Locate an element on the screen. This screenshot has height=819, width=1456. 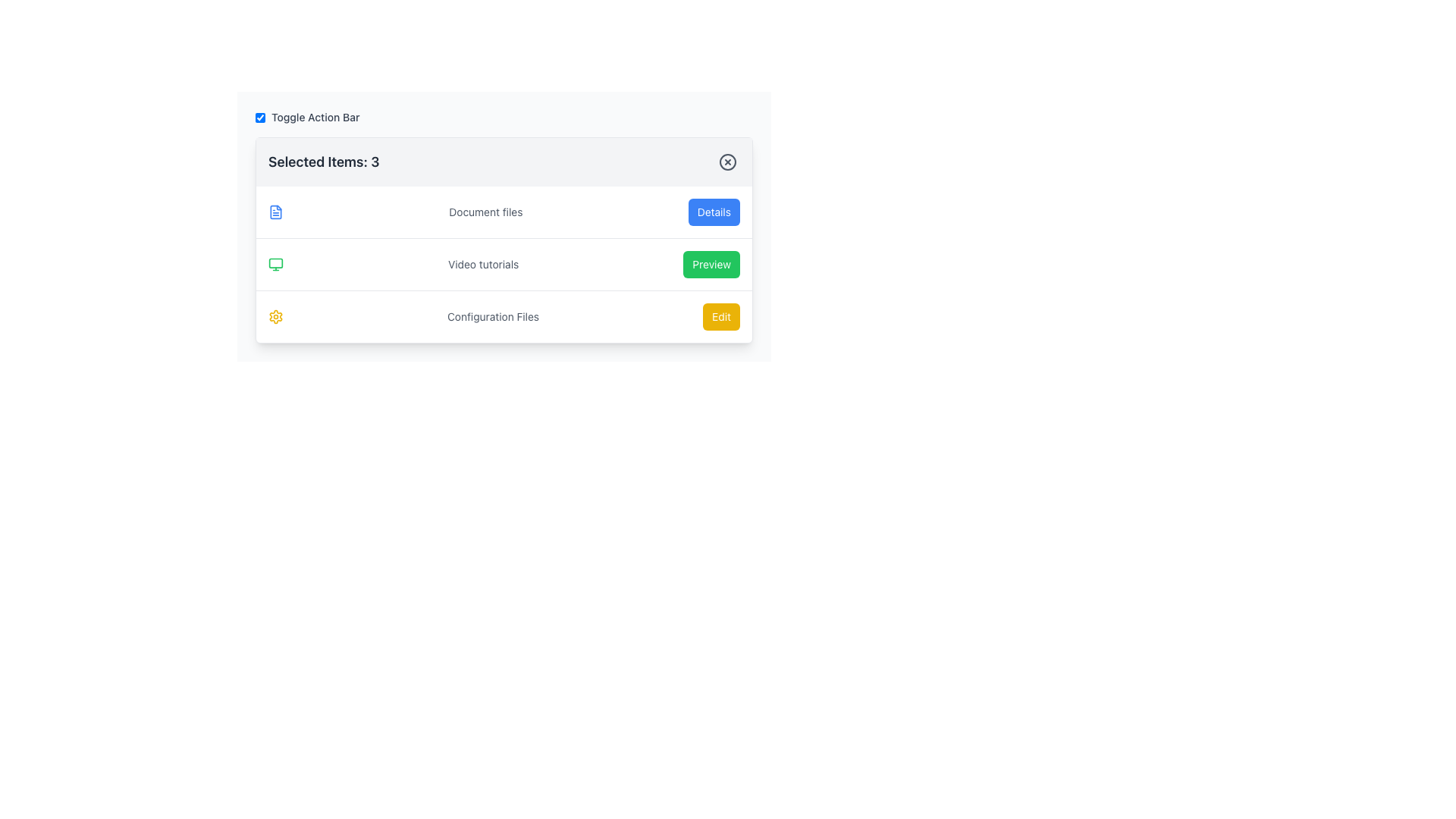
the 'Video tutorials' icon located in the second row of the list, positioned to the left of the text label 'Video tutorials' is located at coordinates (276, 263).